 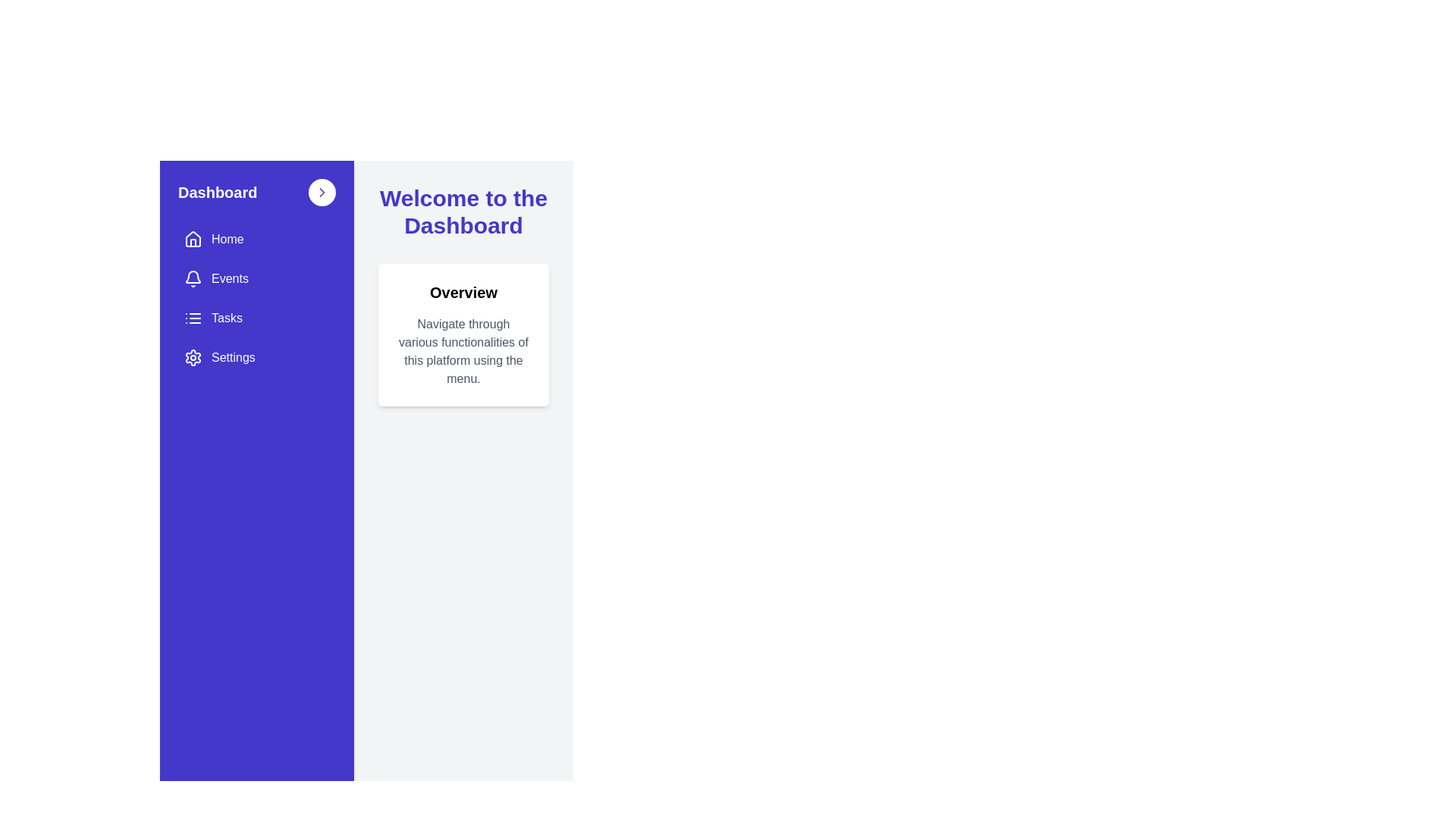 What do you see at coordinates (257, 278) in the screenshot?
I see `the second item in the vertical menu list inside the left sidebar` at bounding box center [257, 278].